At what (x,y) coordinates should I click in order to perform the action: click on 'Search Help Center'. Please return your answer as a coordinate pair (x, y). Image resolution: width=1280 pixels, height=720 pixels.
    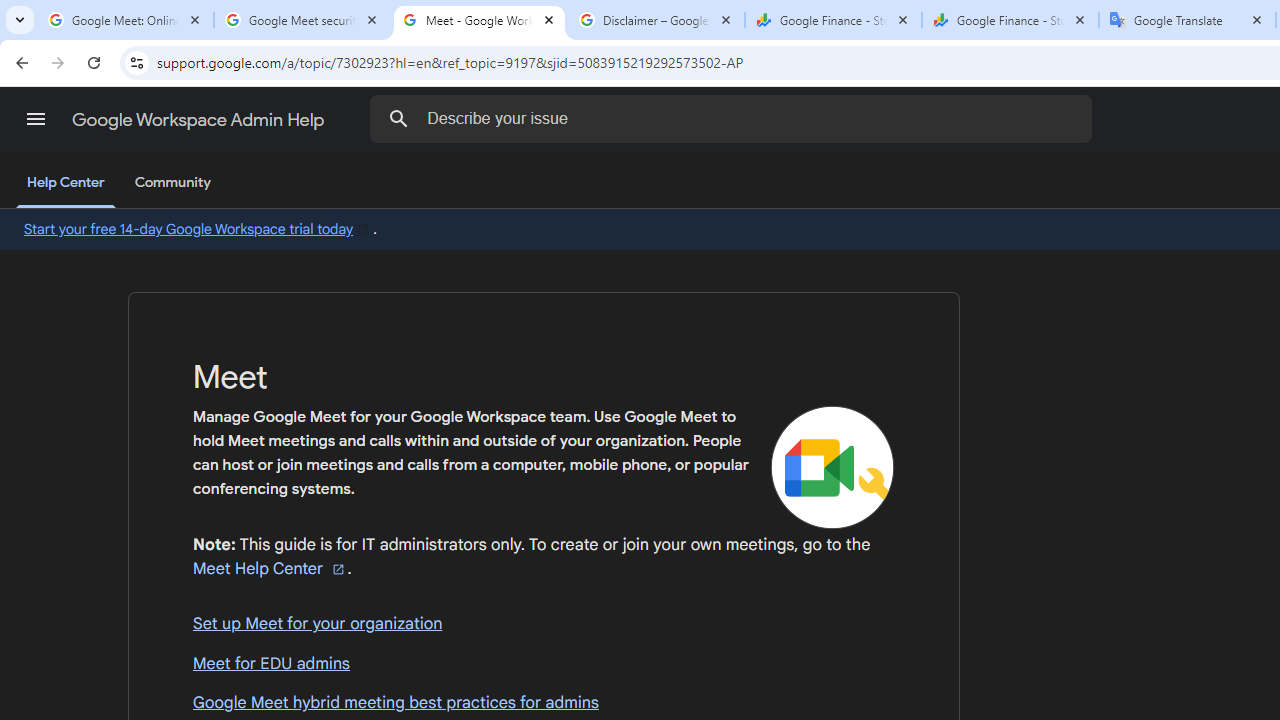
    Looking at the image, I should click on (399, 118).